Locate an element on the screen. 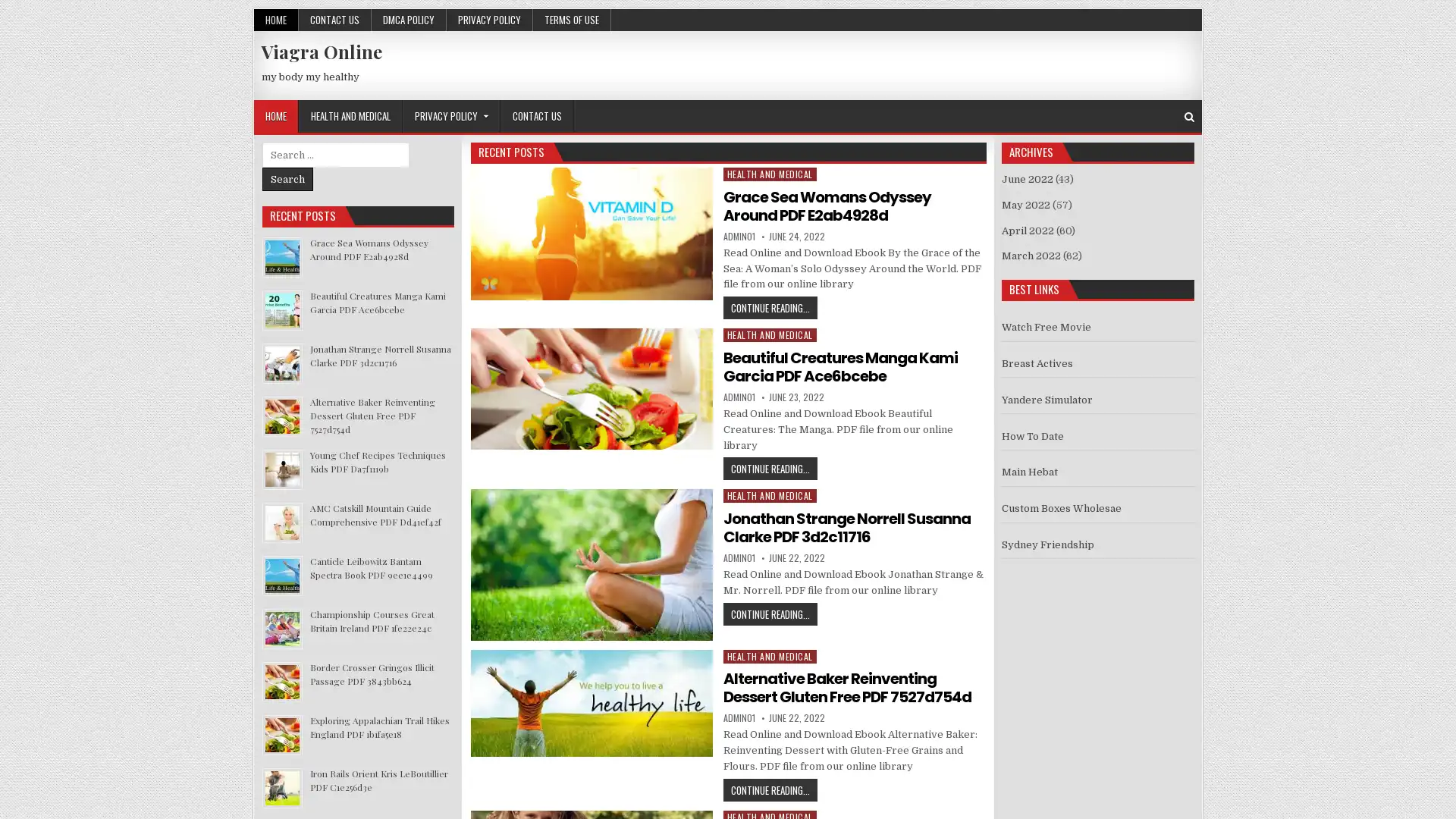 This screenshot has width=1456, height=819. Search is located at coordinates (287, 178).